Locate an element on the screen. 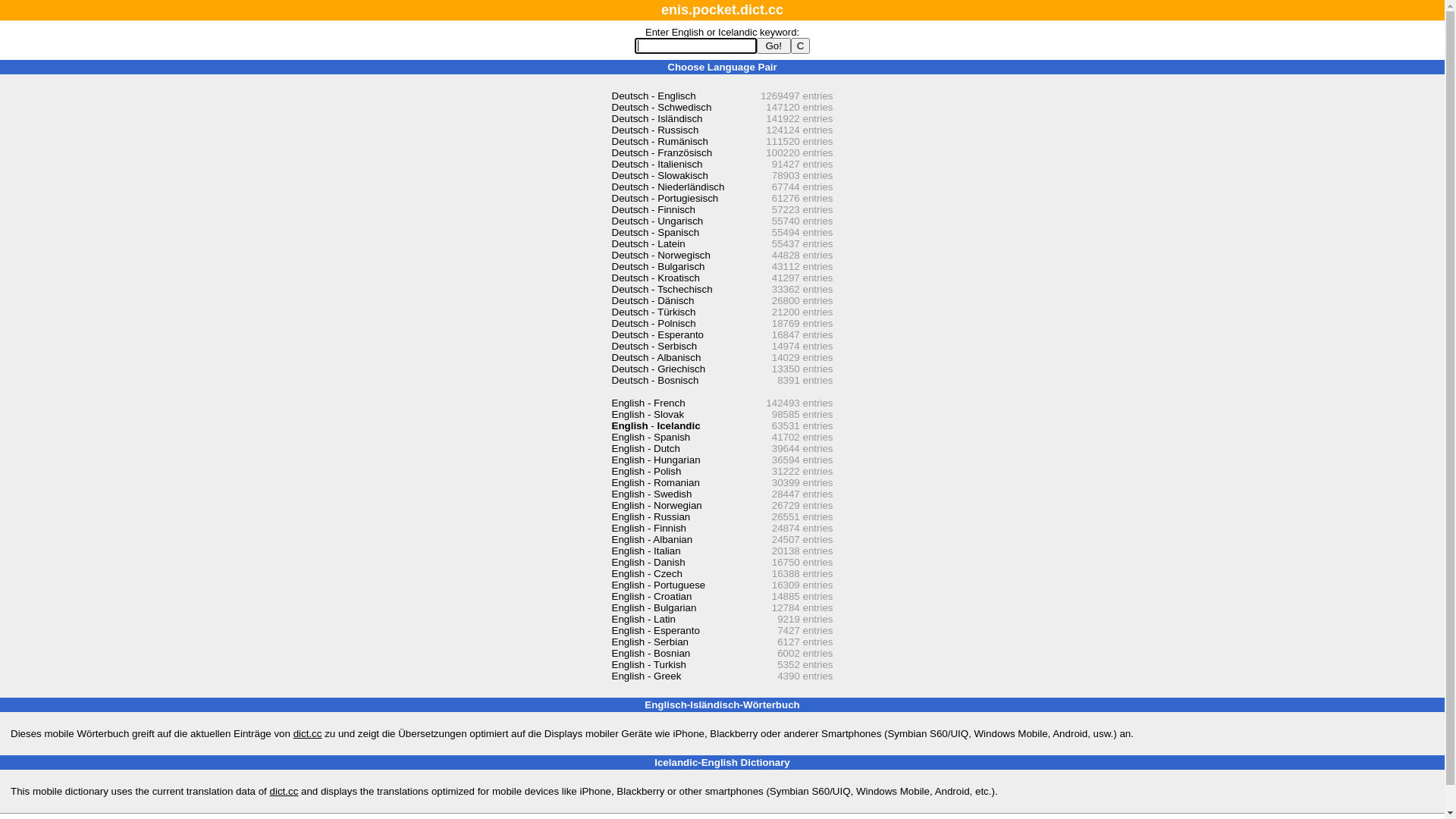 The width and height of the screenshot is (1456, 819). 'English - Czech' is located at coordinates (646, 573).